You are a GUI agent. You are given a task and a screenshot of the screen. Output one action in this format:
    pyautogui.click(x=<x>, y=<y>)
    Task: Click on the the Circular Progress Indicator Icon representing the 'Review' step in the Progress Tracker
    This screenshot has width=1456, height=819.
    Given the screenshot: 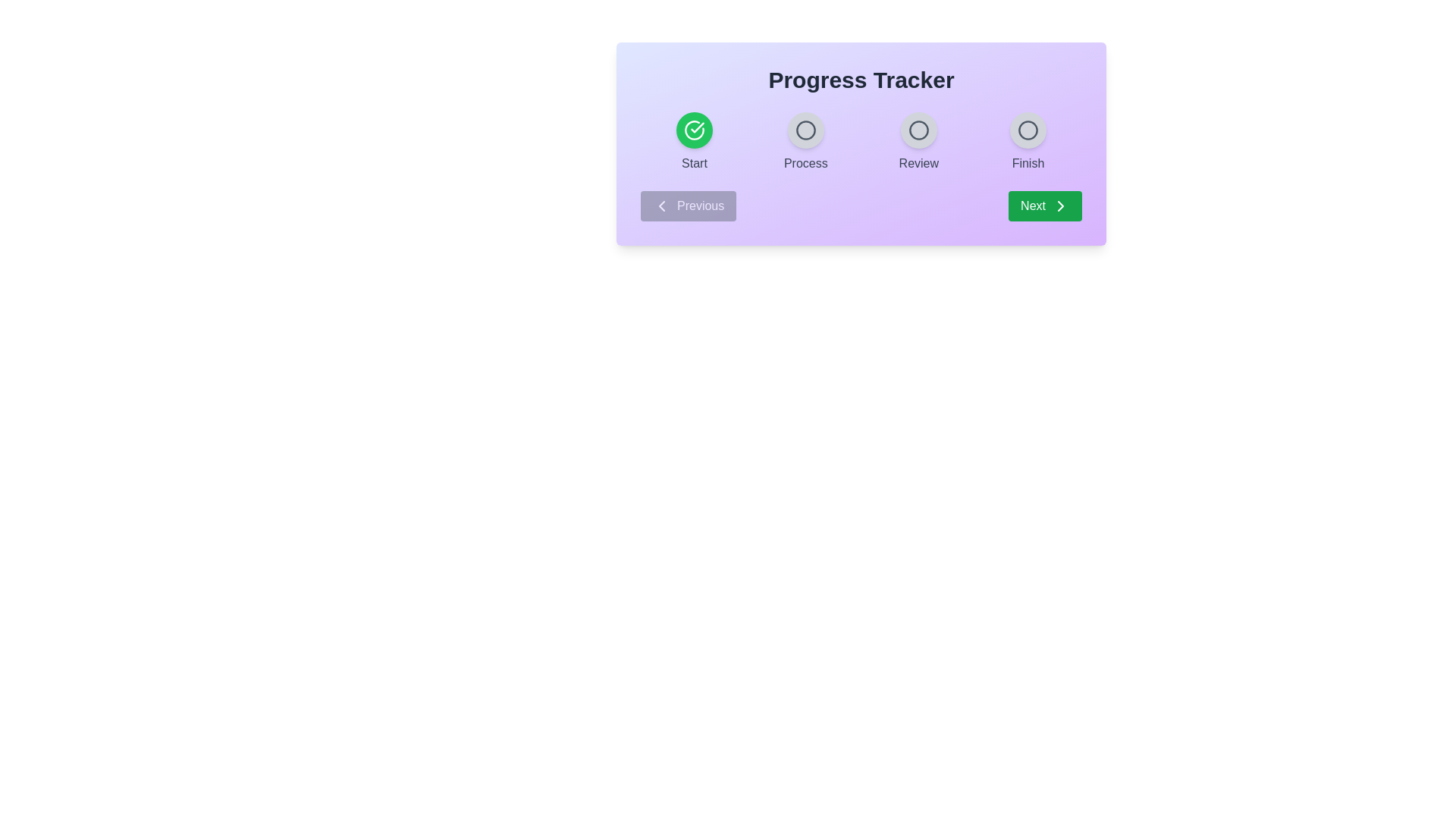 What is the action you would take?
    pyautogui.click(x=918, y=130)
    